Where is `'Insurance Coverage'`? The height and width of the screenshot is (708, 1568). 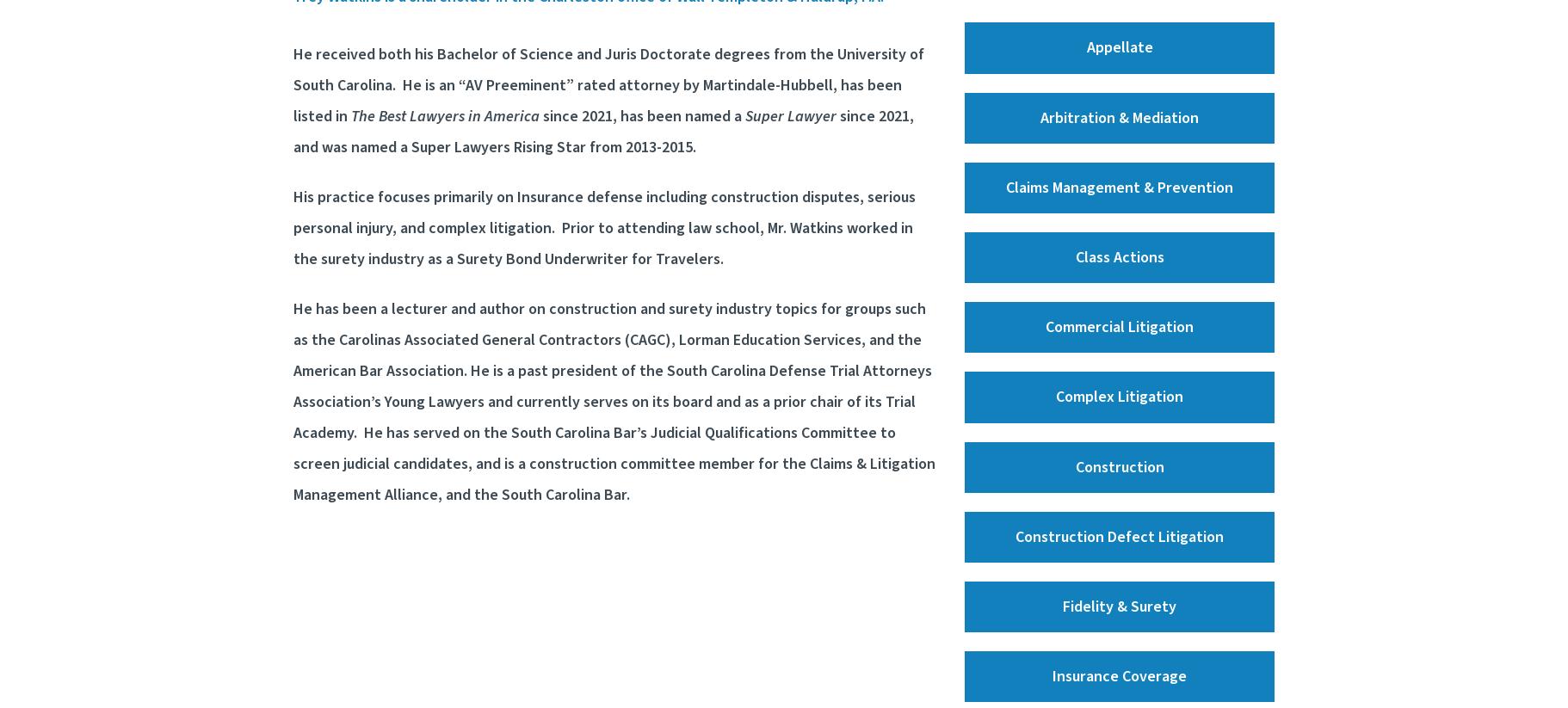
'Insurance Coverage' is located at coordinates (1119, 675).